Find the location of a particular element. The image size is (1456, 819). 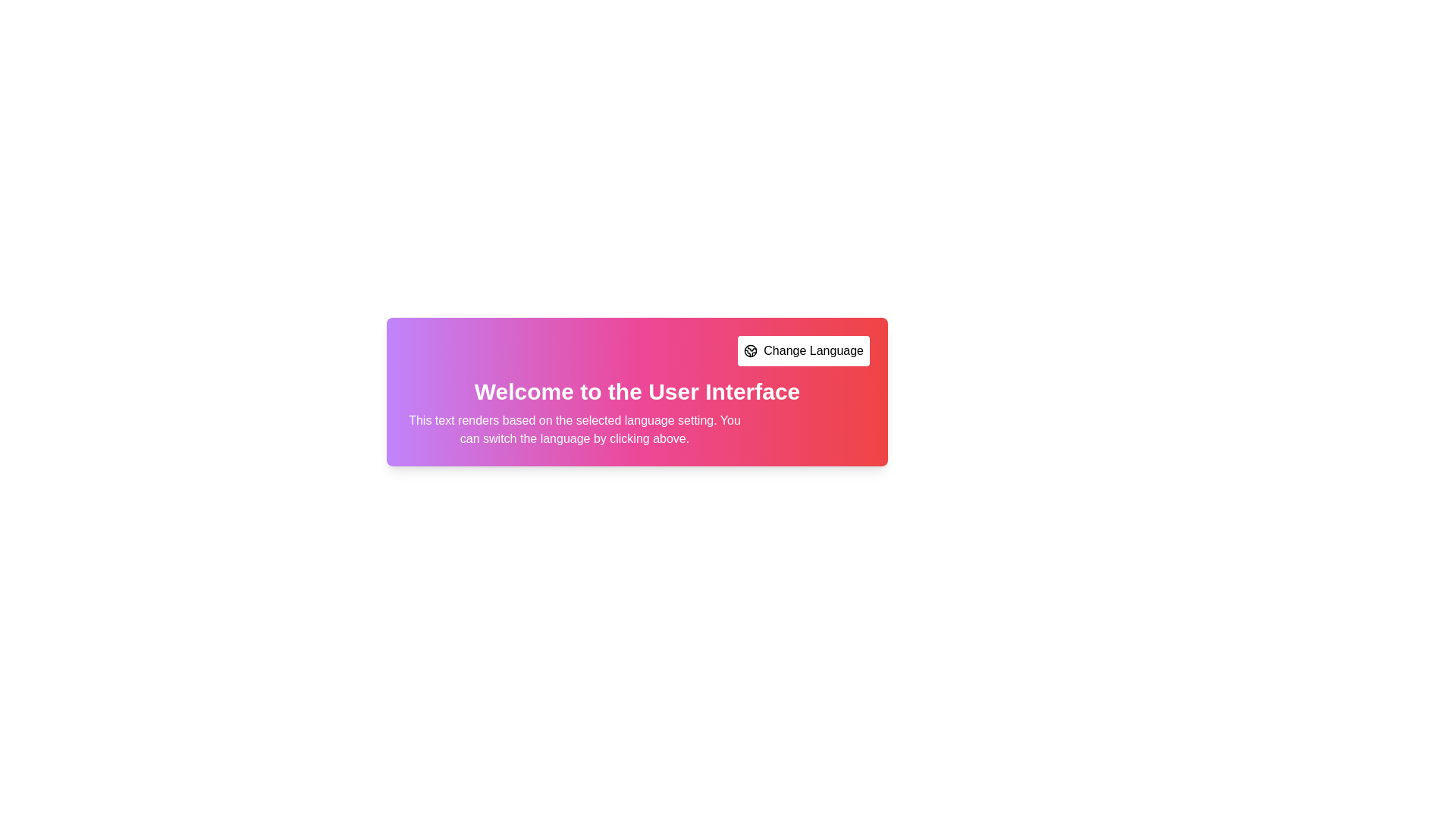

the language change button located at the top right corner of the gradient-colored card containing 'Welcome to the User Interface' to change the language setting is located at coordinates (803, 350).